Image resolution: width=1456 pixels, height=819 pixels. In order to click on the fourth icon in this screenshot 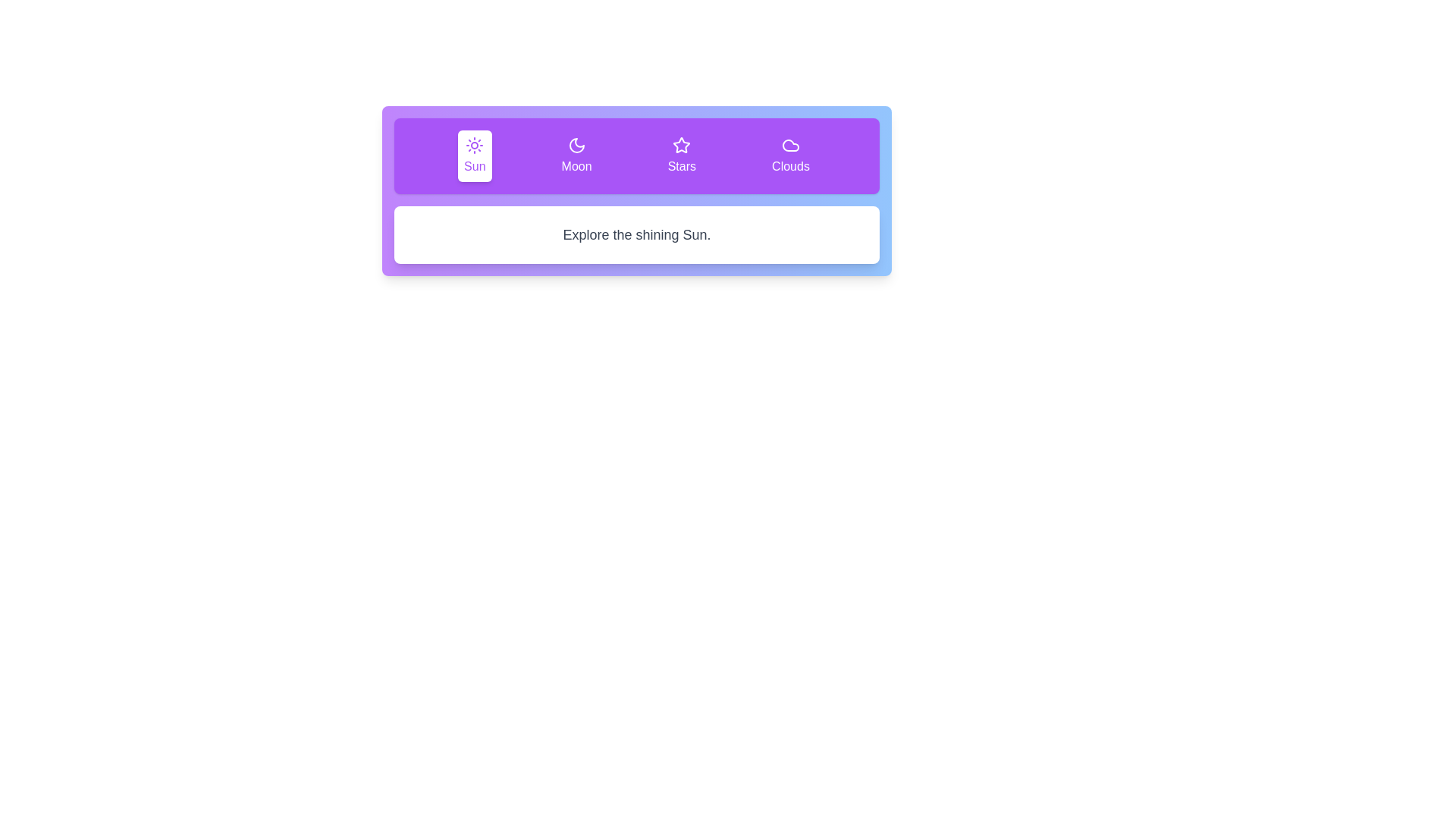, I will do `click(789, 146)`.